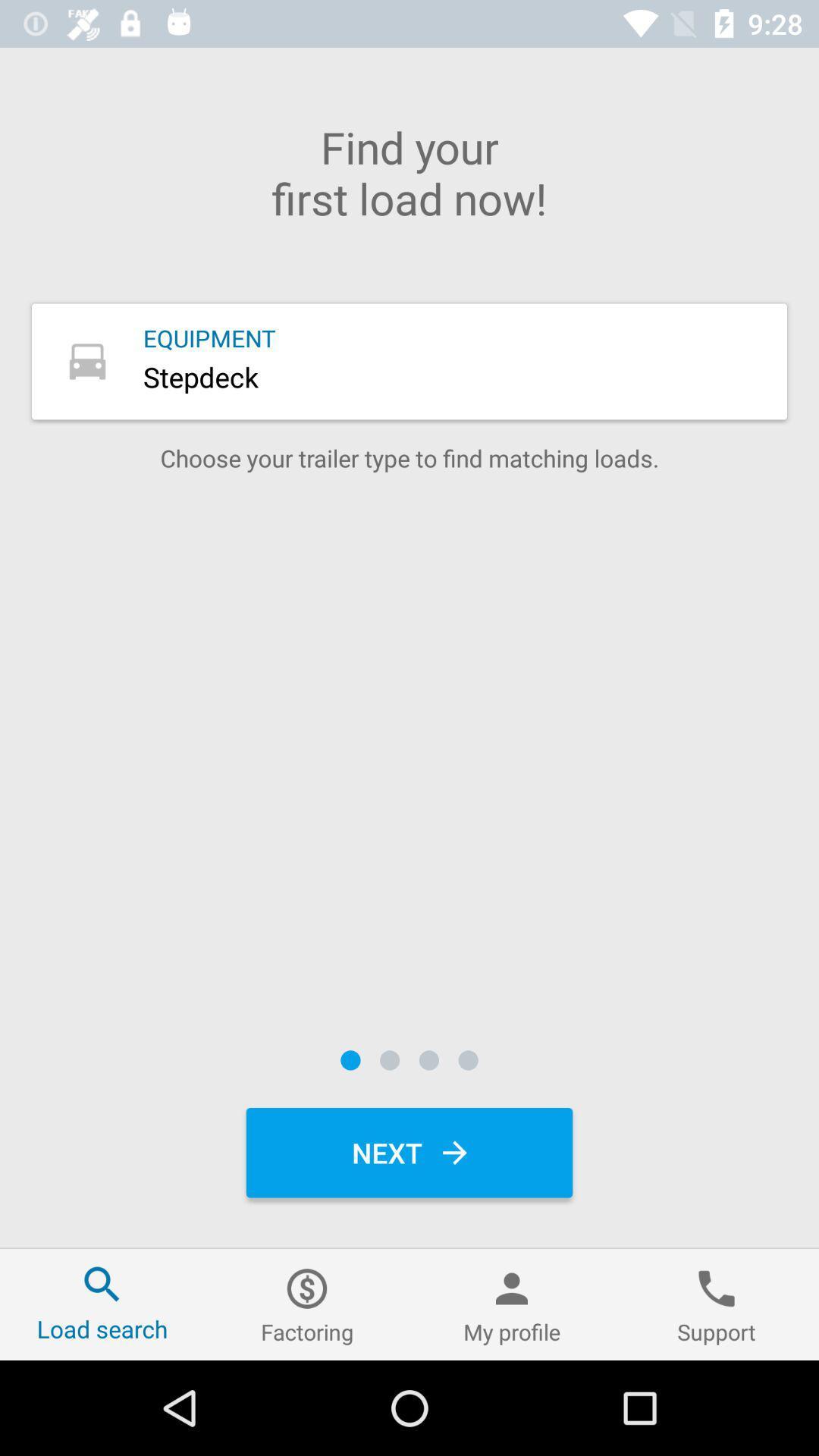  I want to click on next     icon, so click(409, 1153).